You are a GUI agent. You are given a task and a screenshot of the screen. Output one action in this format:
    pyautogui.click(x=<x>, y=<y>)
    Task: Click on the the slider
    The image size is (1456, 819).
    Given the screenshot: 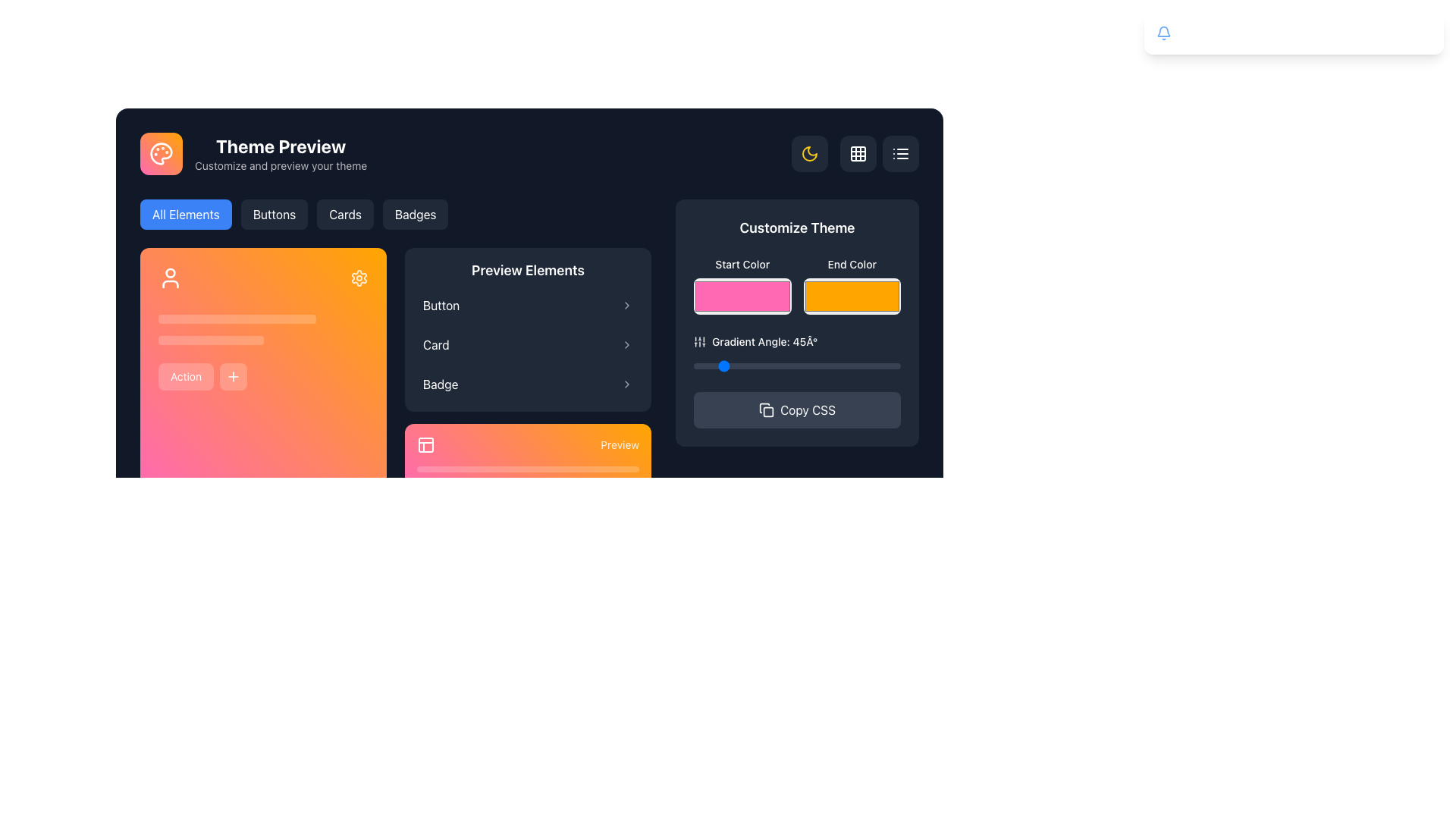 What is the action you would take?
    pyautogui.click(x=245, y=318)
    